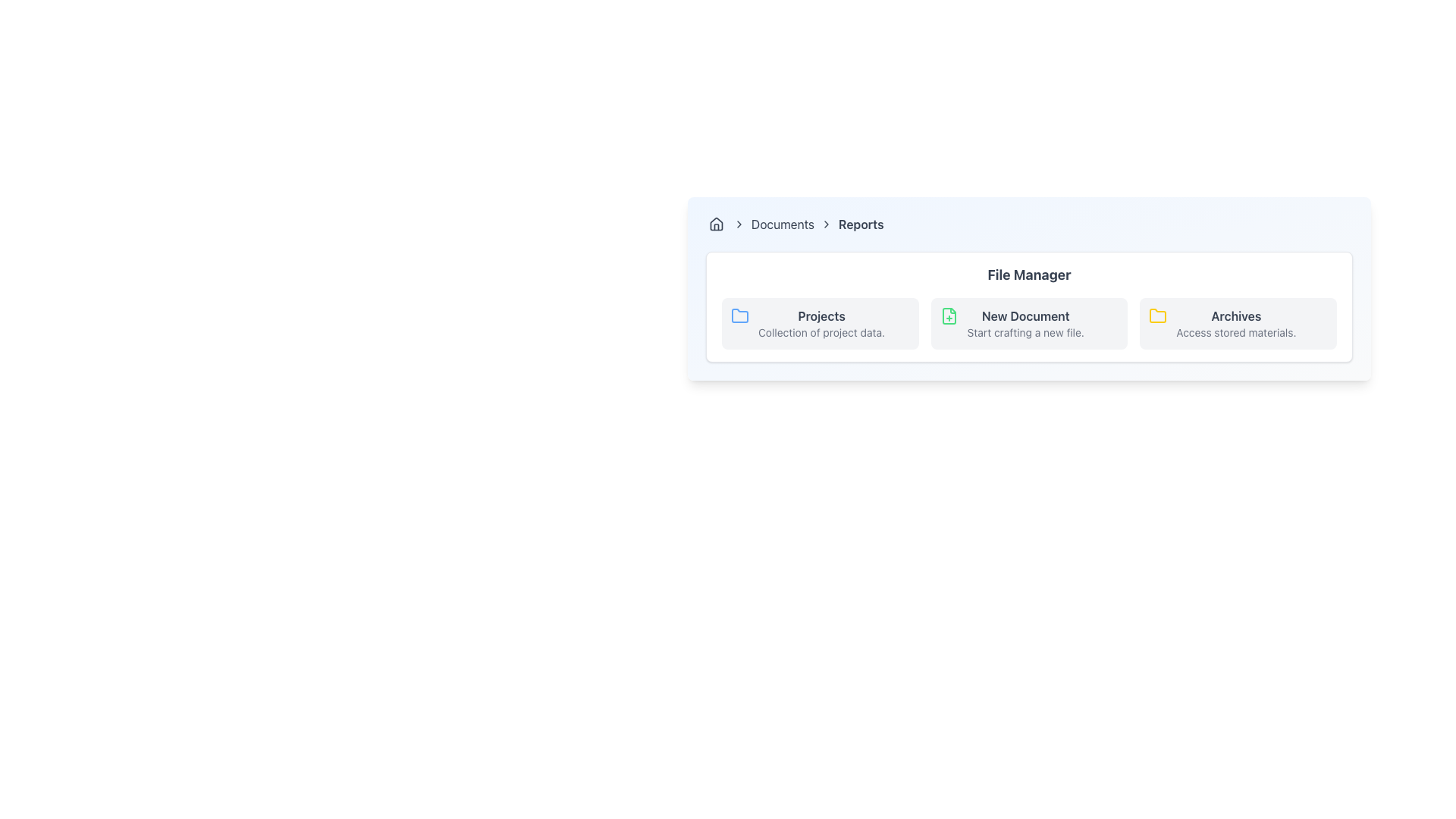 The image size is (1456, 819). Describe the element at coordinates (1025, 323) in the screenshot. I see `the Text Label with Description that provides access to create a new document, located in the center of the horizontally arranged options under the 'File Manager' header` at that location.